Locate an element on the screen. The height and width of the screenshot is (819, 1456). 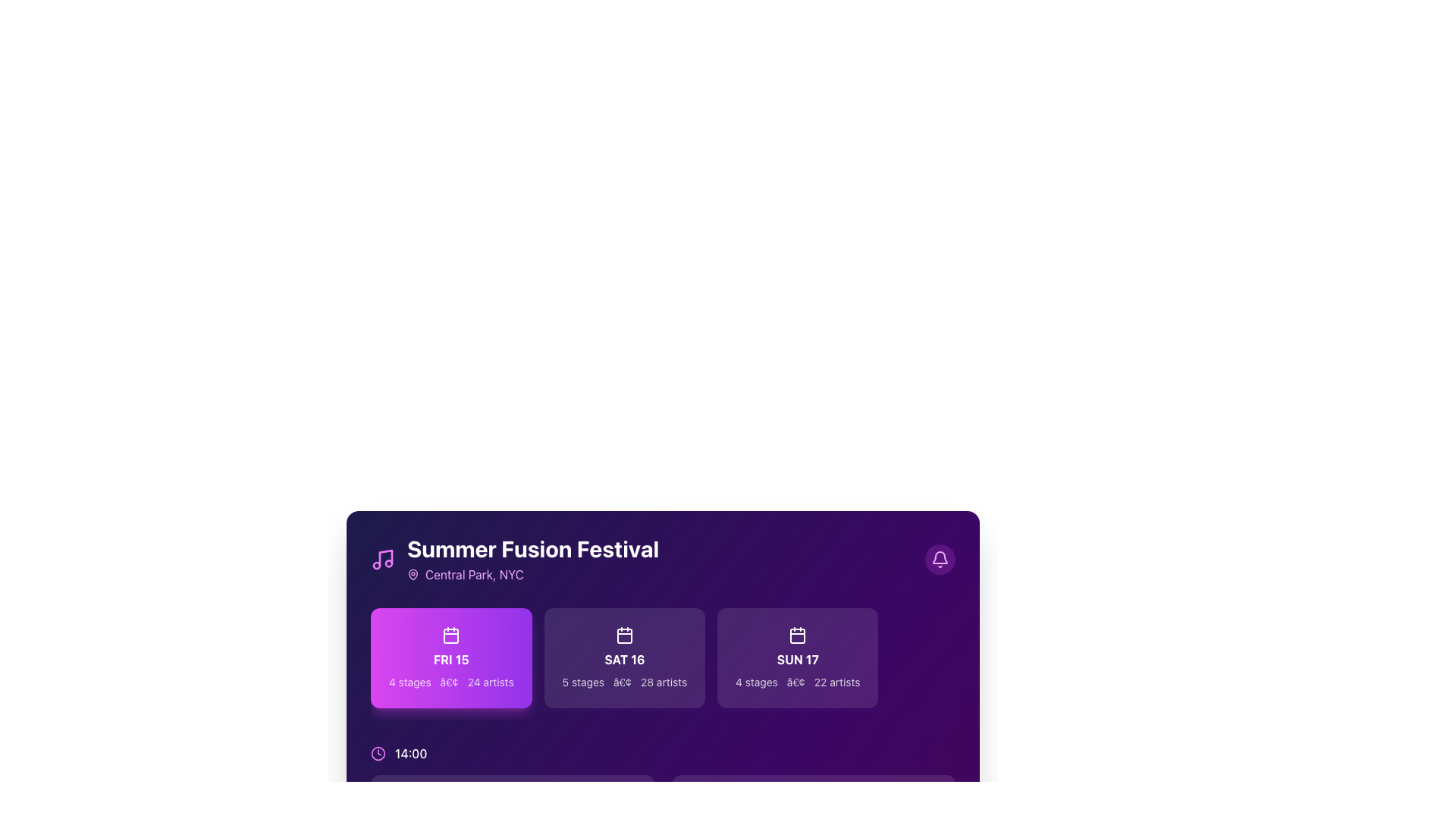
the purple pin icon located to the left of the text 'Central Park, NYC' under the title 'Summer Fusion Festival.' is located at coordinates (413, 573).